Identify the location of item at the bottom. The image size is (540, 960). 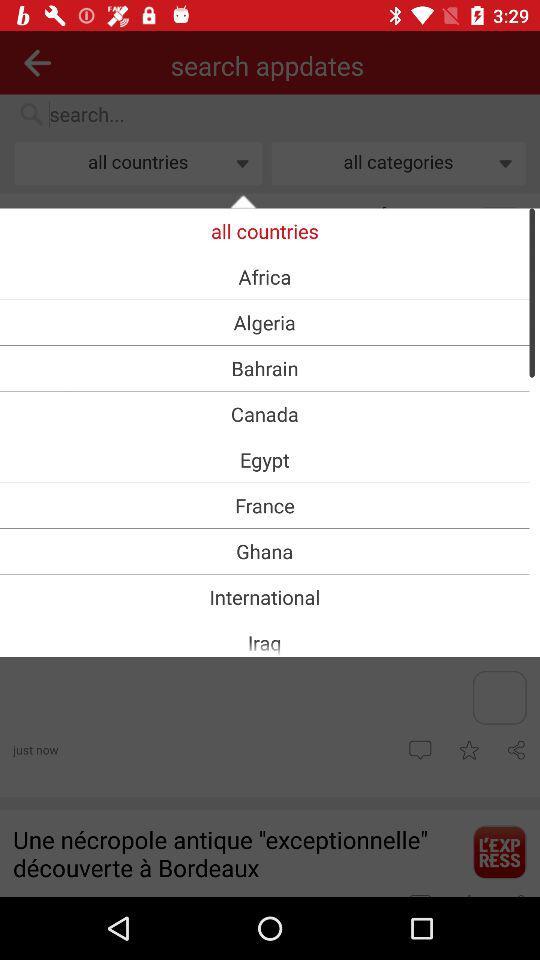
(264, 641).